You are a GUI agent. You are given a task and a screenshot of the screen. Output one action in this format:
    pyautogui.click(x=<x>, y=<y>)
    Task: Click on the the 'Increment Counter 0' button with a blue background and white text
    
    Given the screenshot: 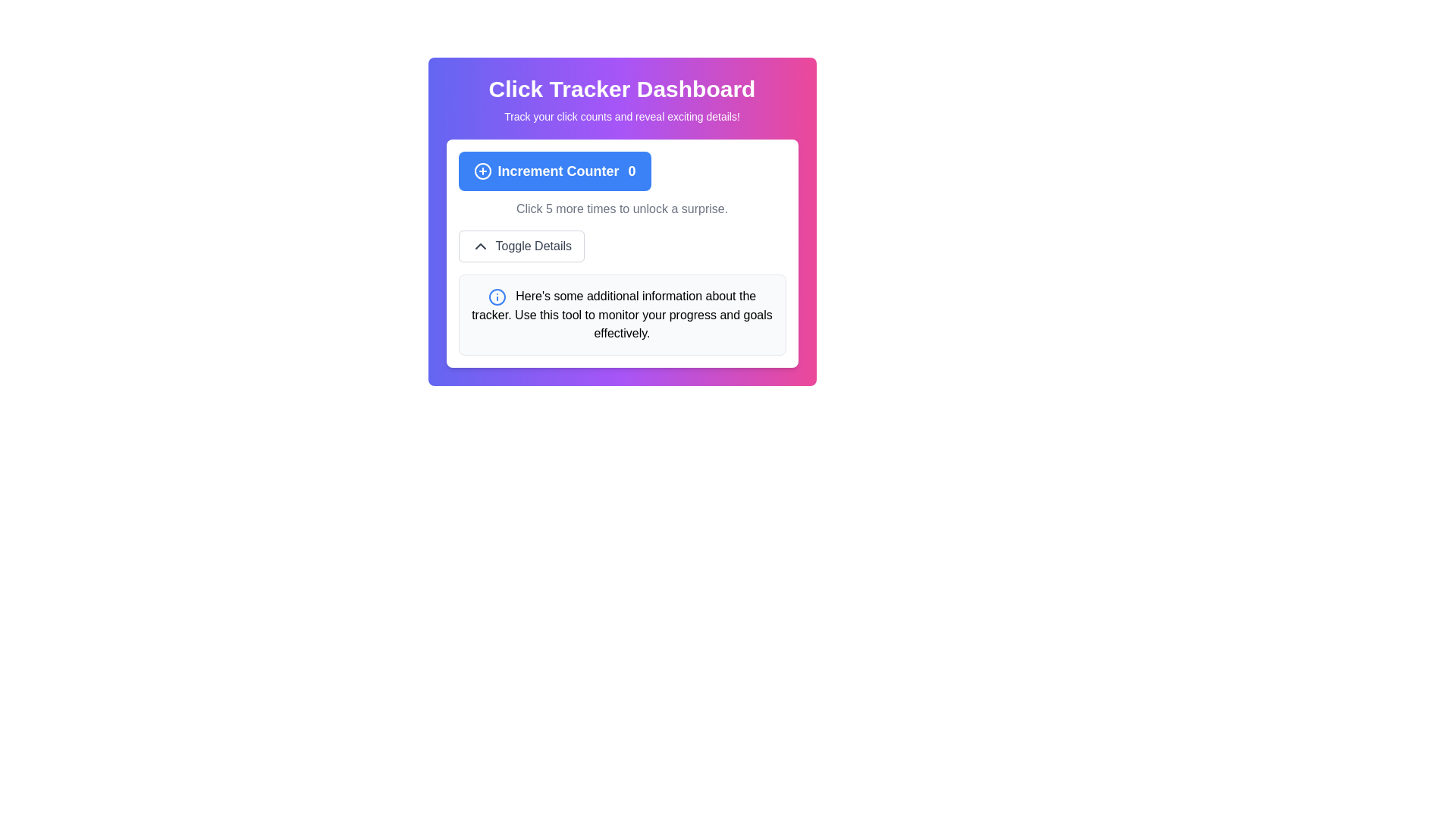 What is the action you would take?
    pyautogui.click(x=554, y=171)
    